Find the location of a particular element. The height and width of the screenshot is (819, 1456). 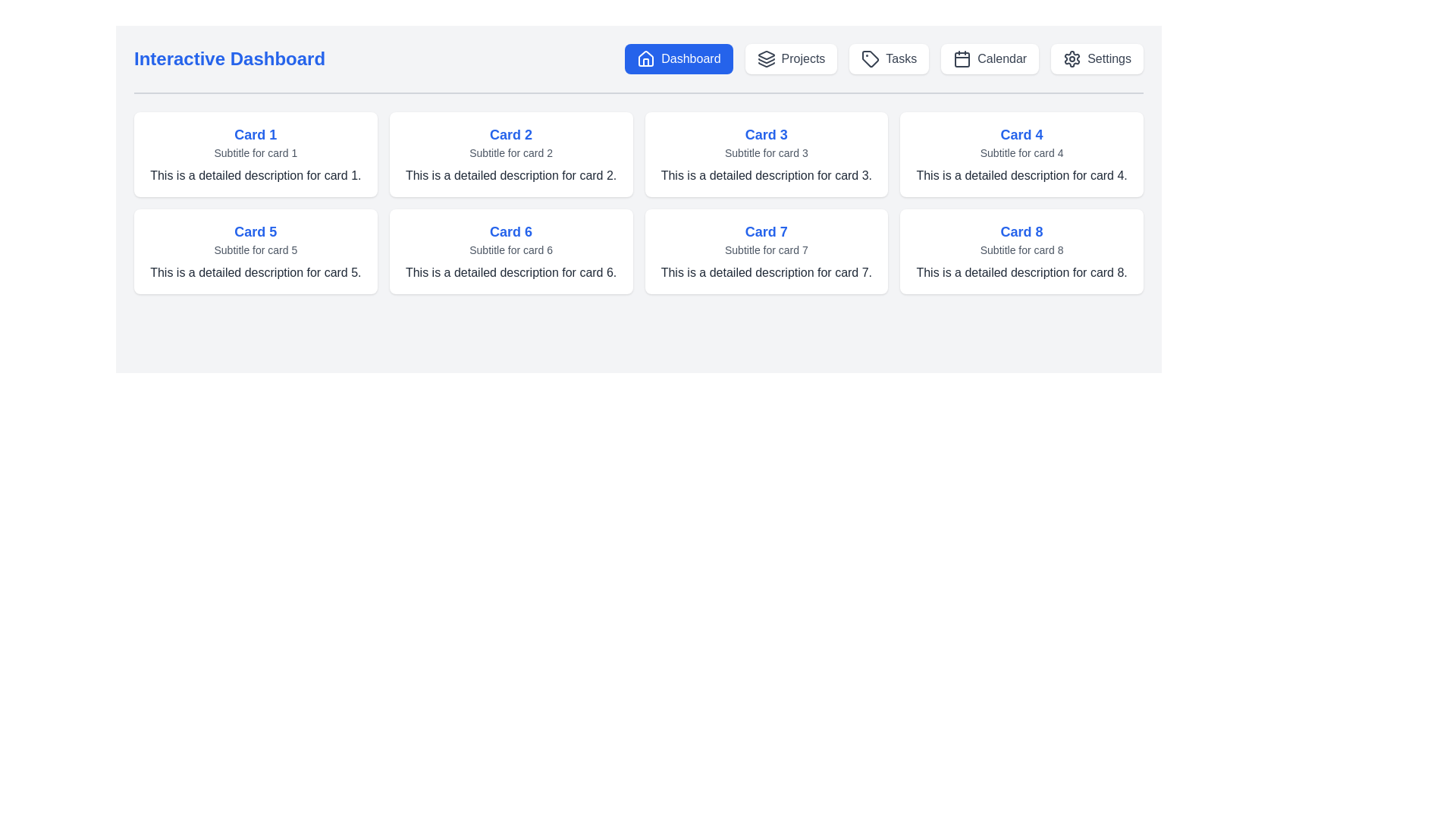

the rectangular card with a white background that contains the title 'Card 7', located in the 3rd row and 3rd column of a grid layout is located at coordinates (766, 250).